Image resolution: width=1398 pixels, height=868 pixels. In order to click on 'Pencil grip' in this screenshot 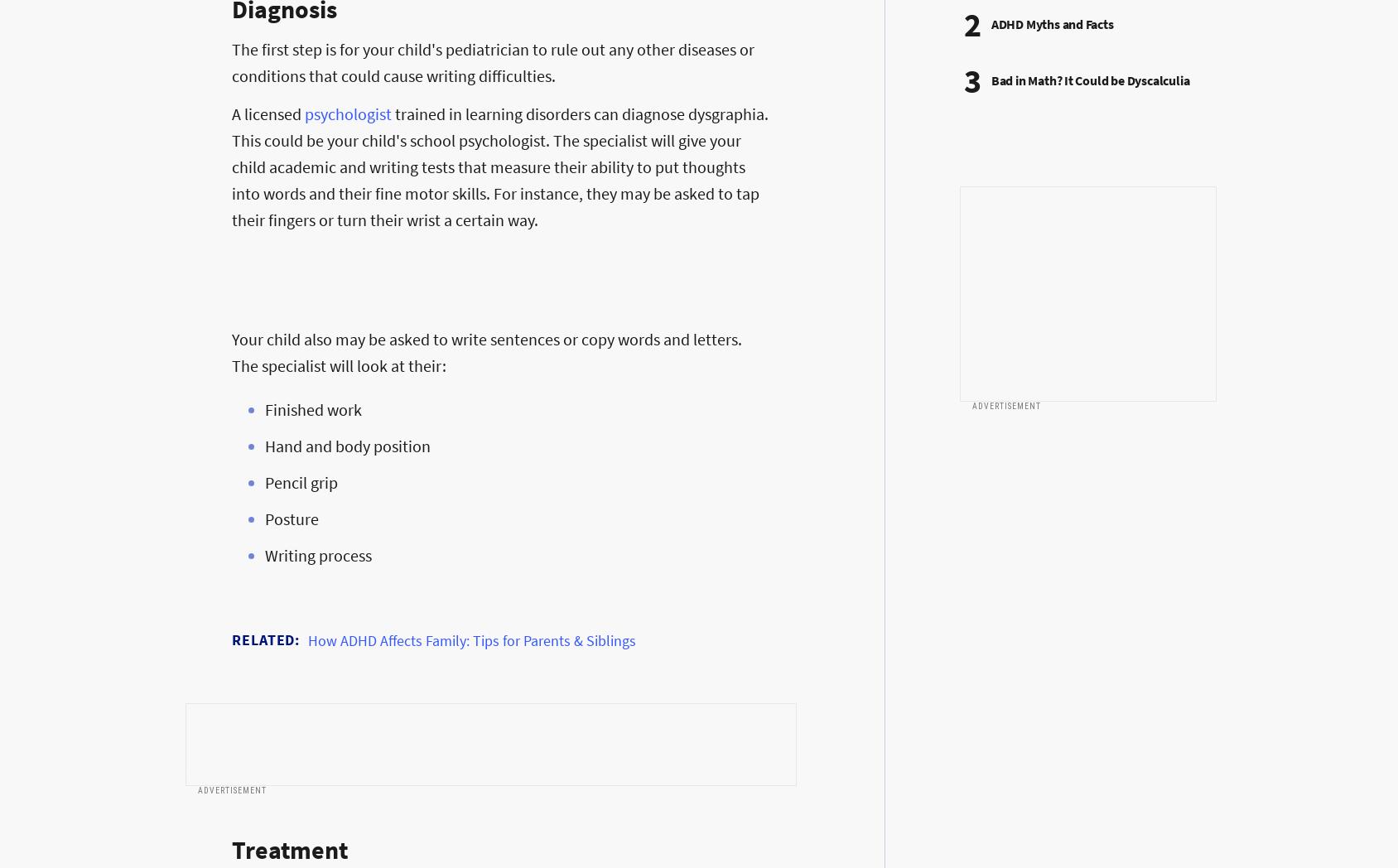, I will do `click(301, 482)`.